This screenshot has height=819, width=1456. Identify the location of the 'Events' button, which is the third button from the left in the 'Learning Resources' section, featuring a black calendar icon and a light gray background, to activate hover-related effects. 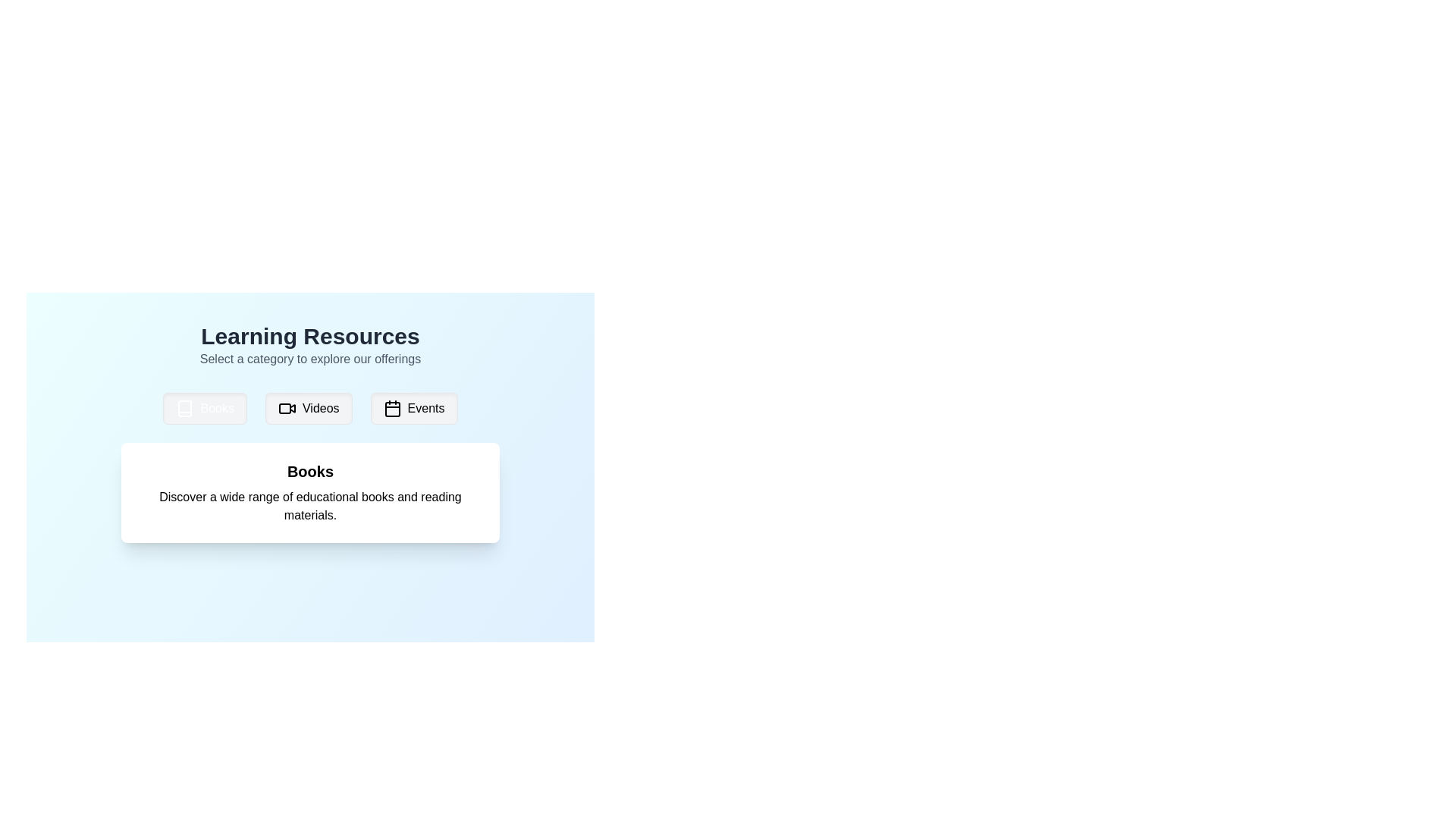
(414, 408).